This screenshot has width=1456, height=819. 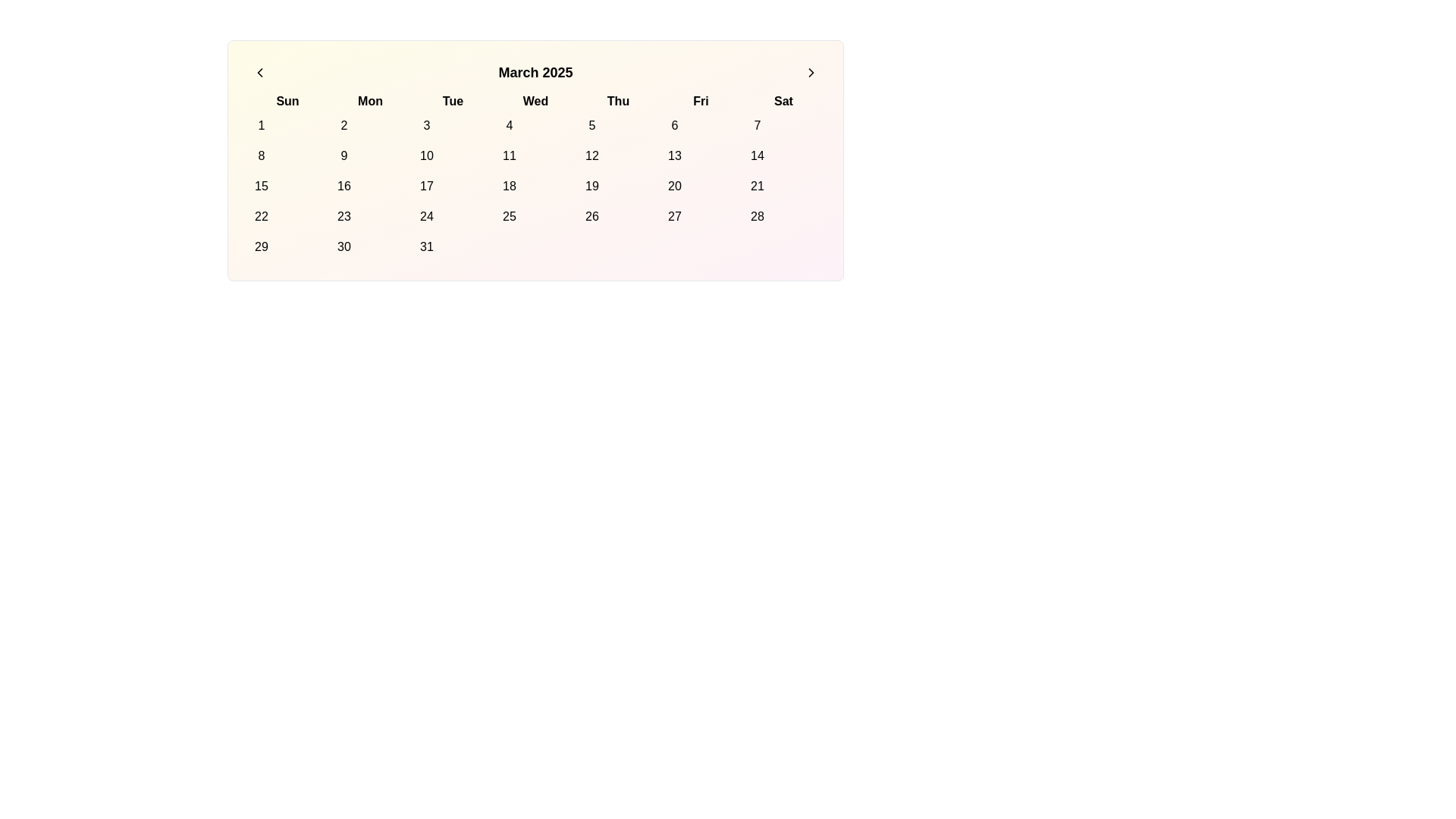 What do you see at coordinates (262, 246) in the screenshot?
I see `the calendar day button labeled '29'` at bounding box center [262, 246].